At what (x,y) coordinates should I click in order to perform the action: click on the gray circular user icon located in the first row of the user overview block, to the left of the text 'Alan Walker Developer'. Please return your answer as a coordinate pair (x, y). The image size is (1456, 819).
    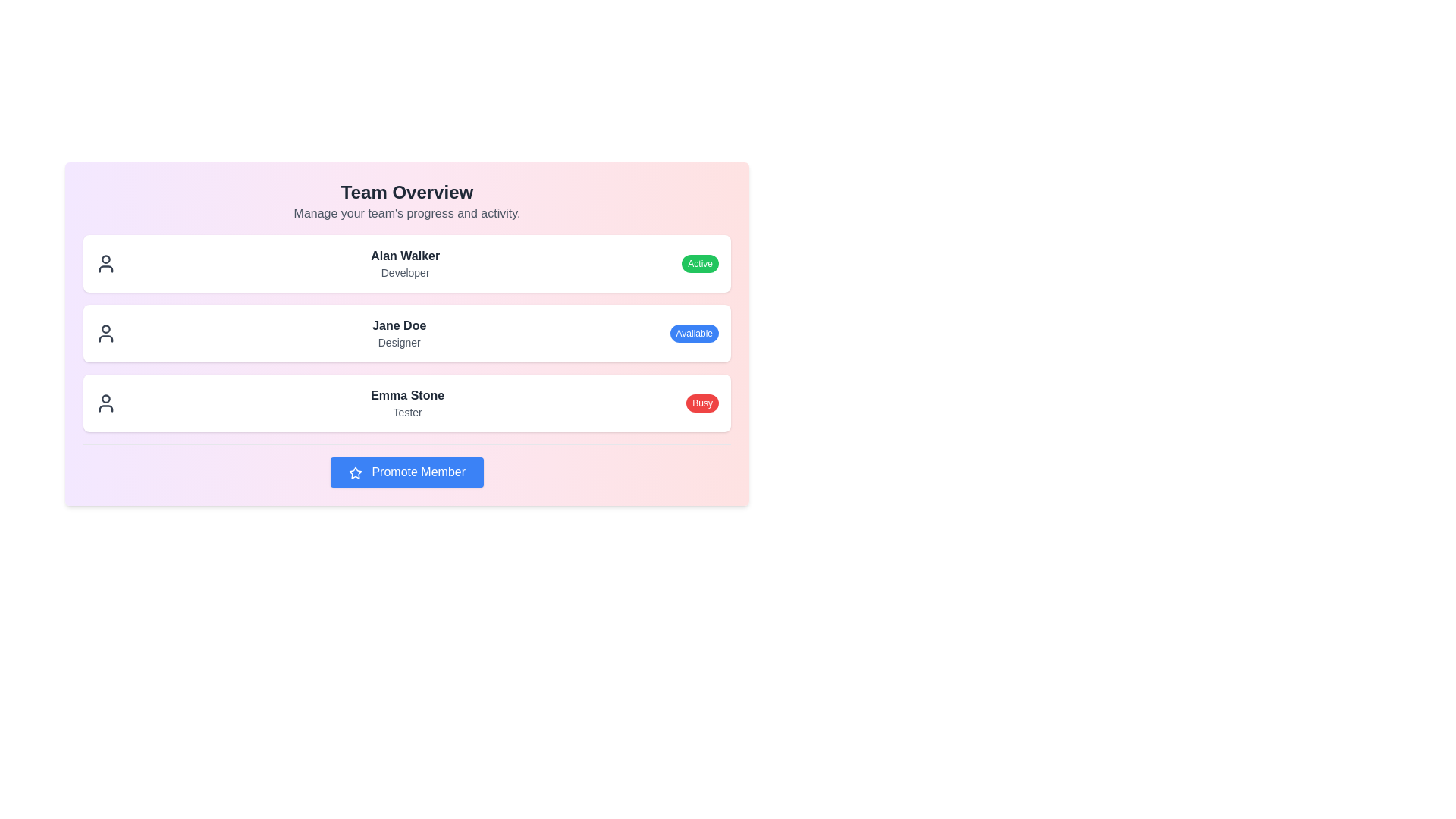
    Looking at the image, I should click on (105, 262).